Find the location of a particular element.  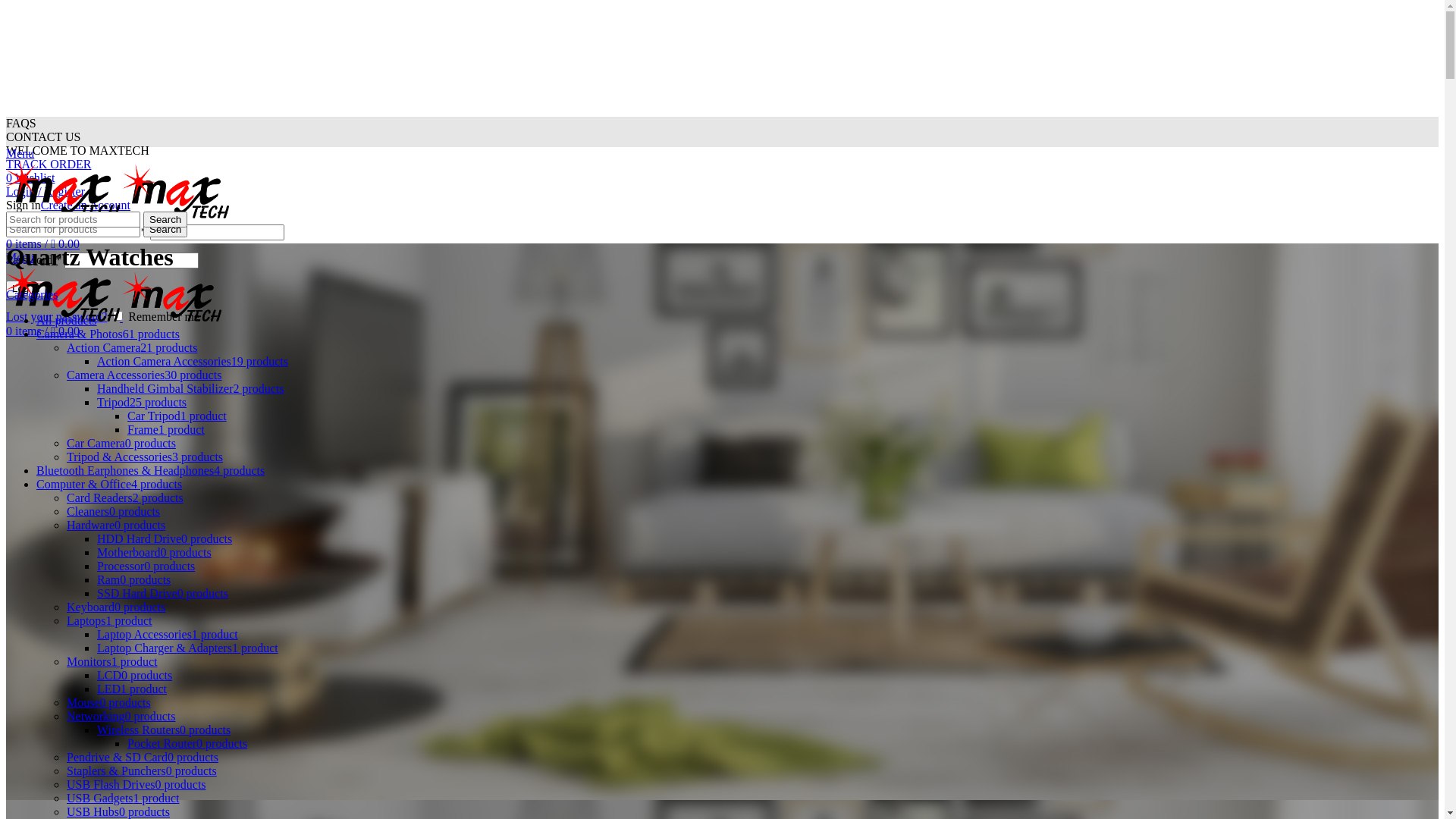

'Monitors1 product' is located at coordinates (65, 661).